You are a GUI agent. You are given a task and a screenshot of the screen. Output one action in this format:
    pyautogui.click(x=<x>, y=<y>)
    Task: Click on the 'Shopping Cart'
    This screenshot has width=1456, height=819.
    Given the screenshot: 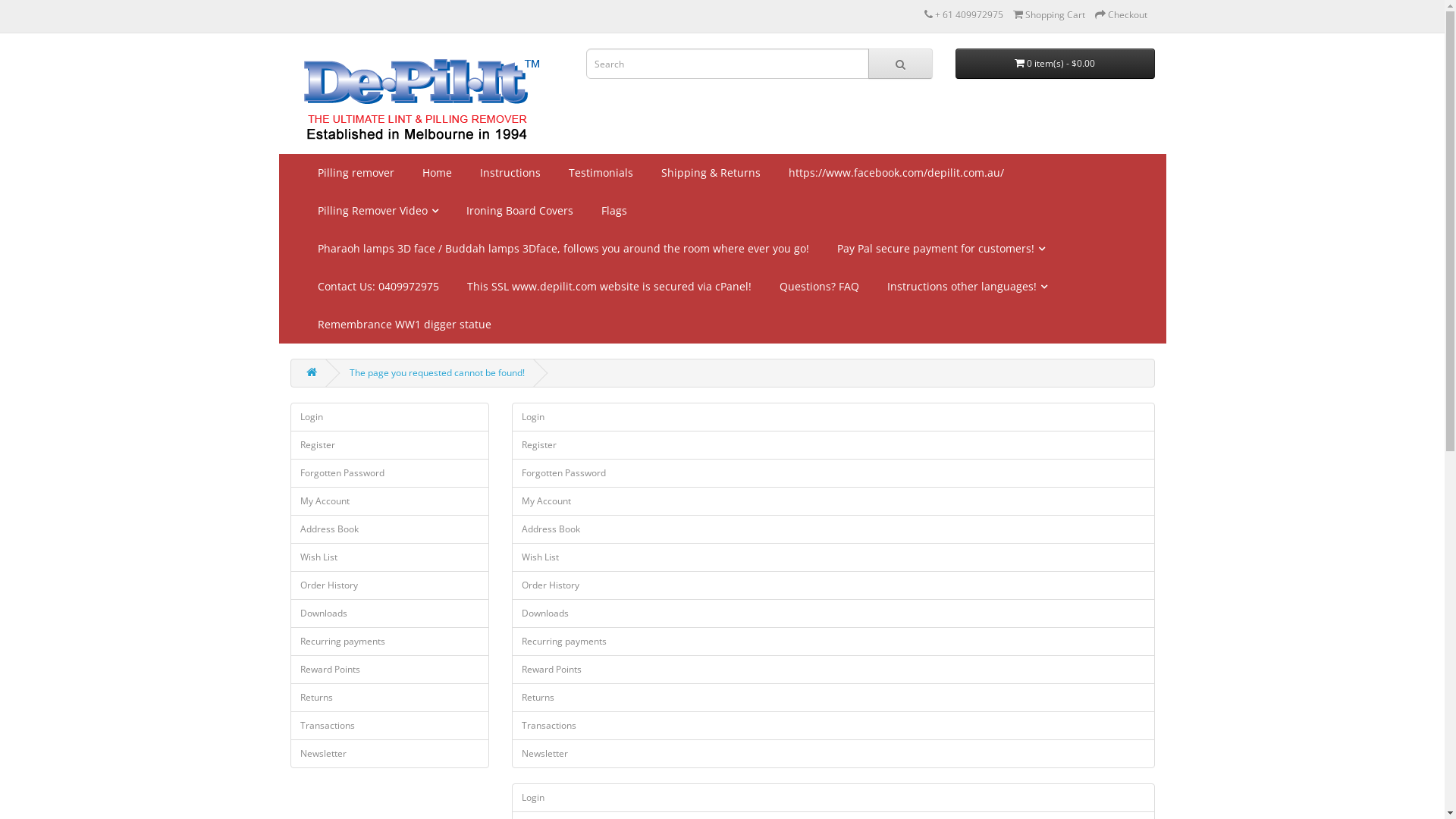 What is the action you would take?
    pyautogui.click(x=1012, y=14)
    